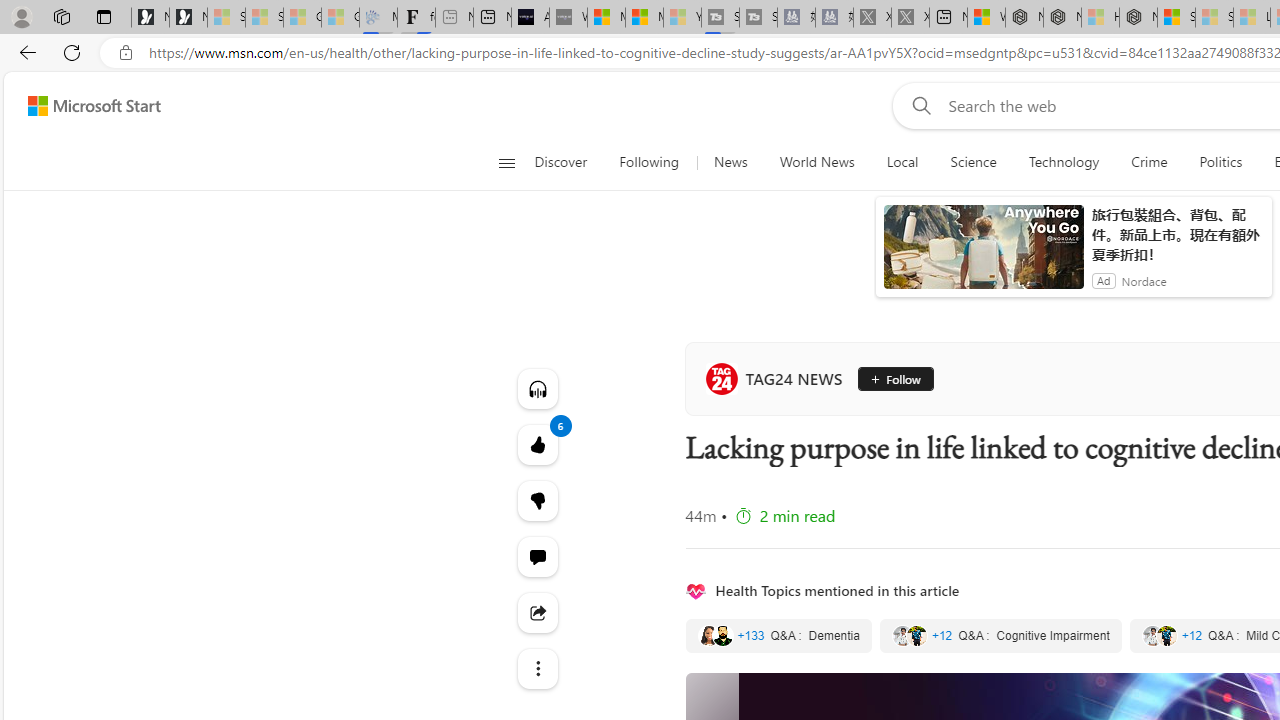 Image resolution: width=1280 pixels, height=720 pixels. Describe the element at coordinates (901, 162) in the screenshot. I see `'Local'` at that location.